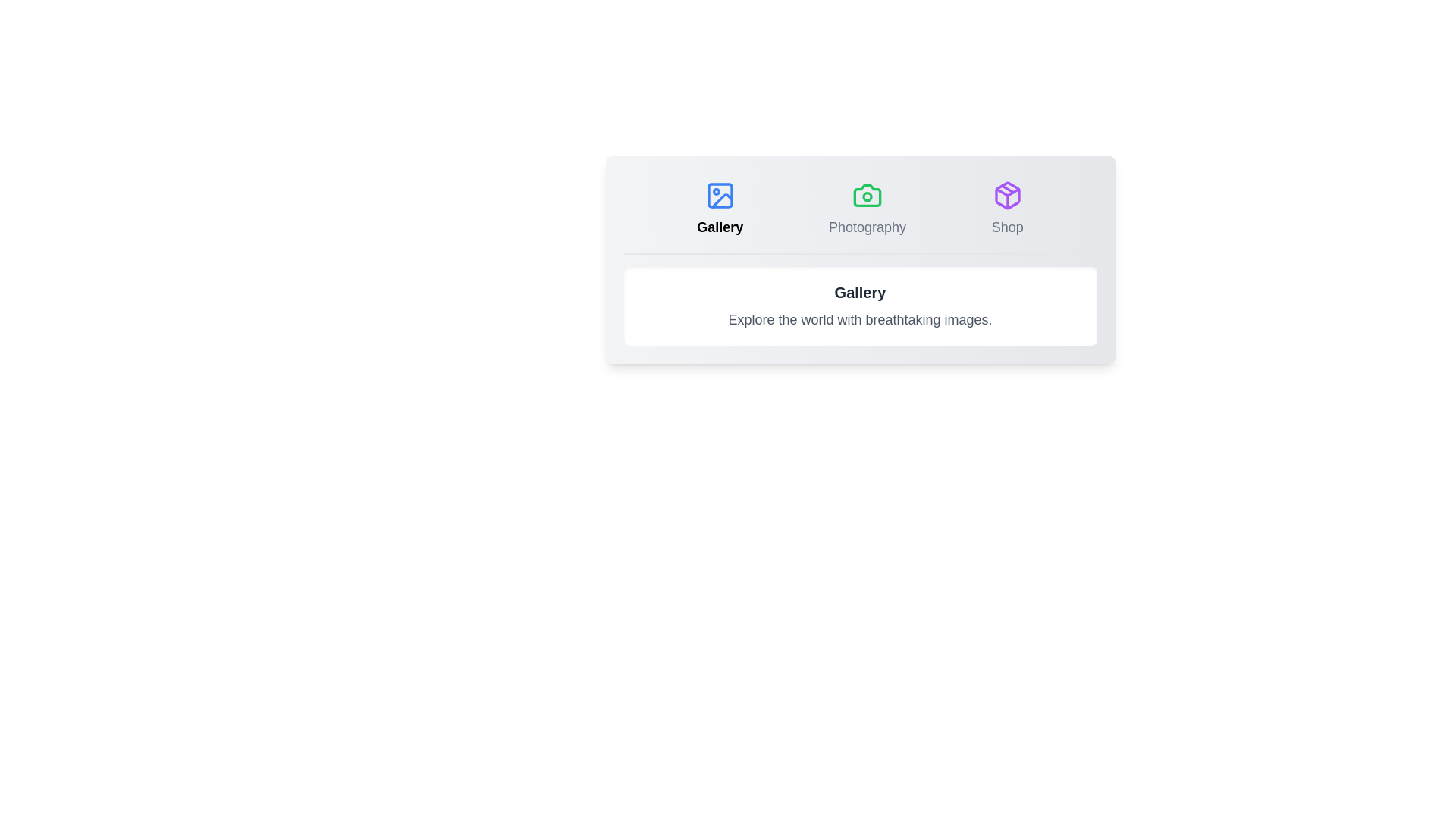  I want to click on the Shop tab by clicking on its button, so click(1007, 209).